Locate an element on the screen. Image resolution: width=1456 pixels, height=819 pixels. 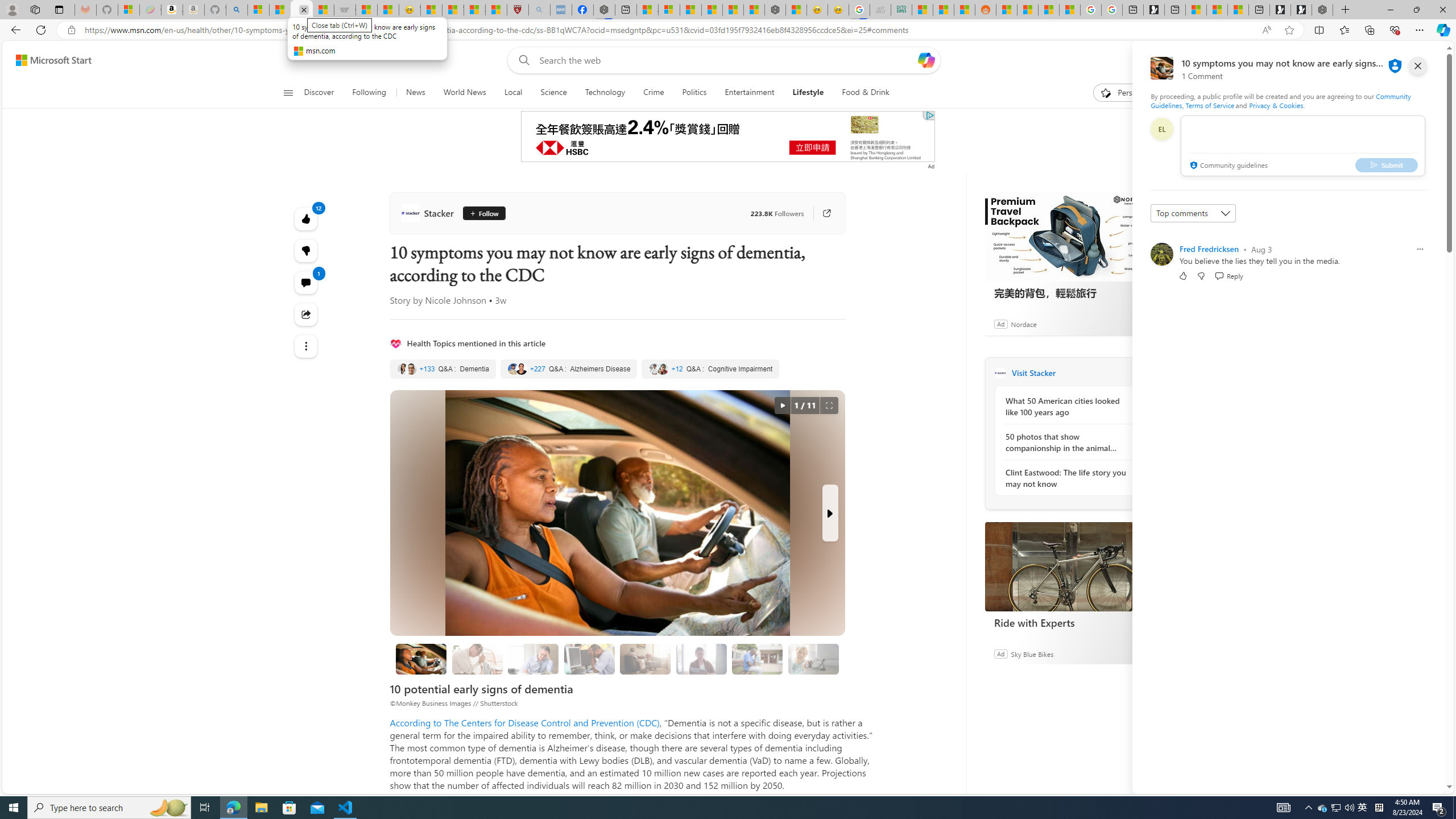
'Discover' is located at coordinates (323, 92).